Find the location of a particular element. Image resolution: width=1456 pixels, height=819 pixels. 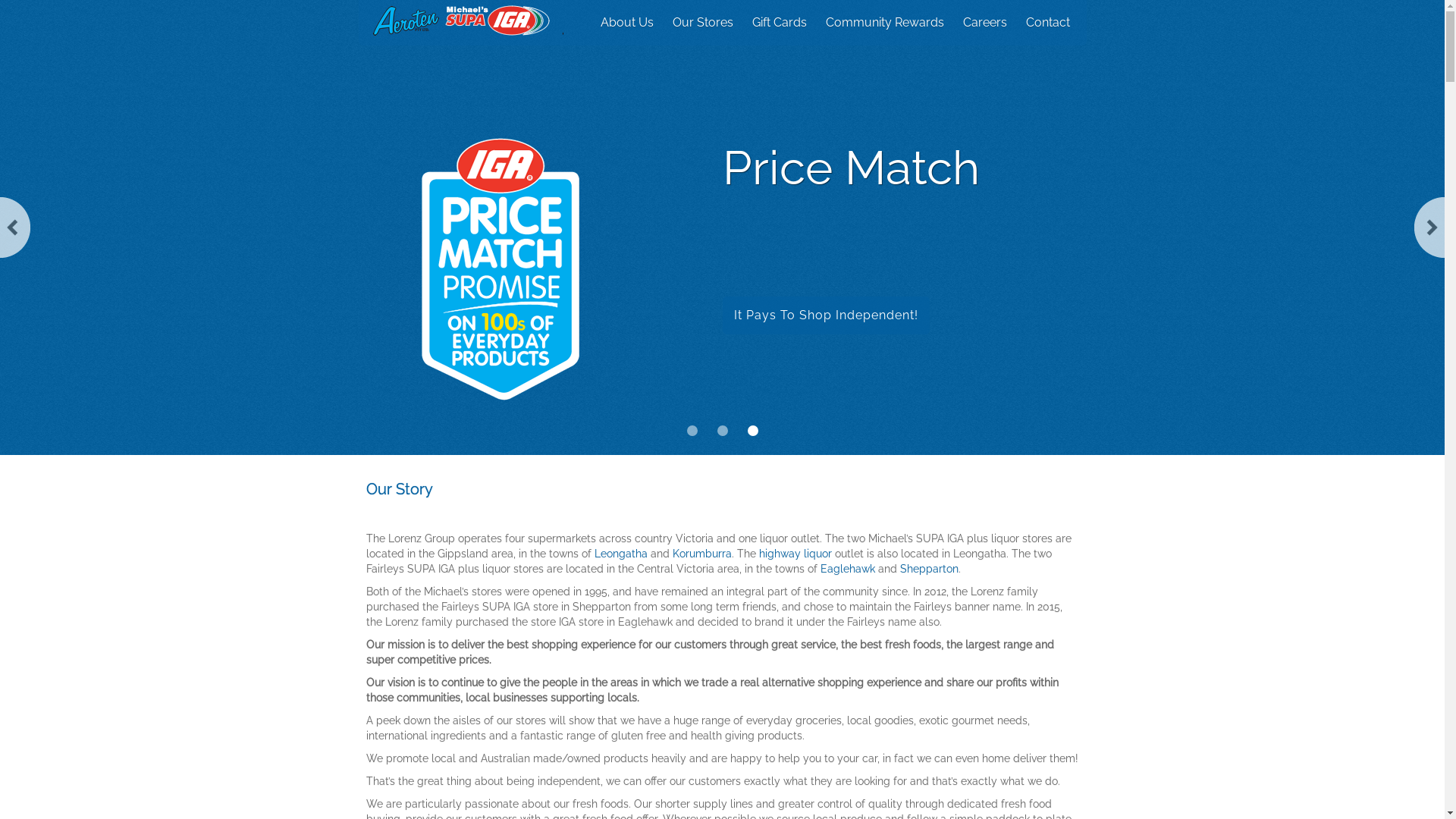

'Community Rewards' is located at coordinates (884, 22).